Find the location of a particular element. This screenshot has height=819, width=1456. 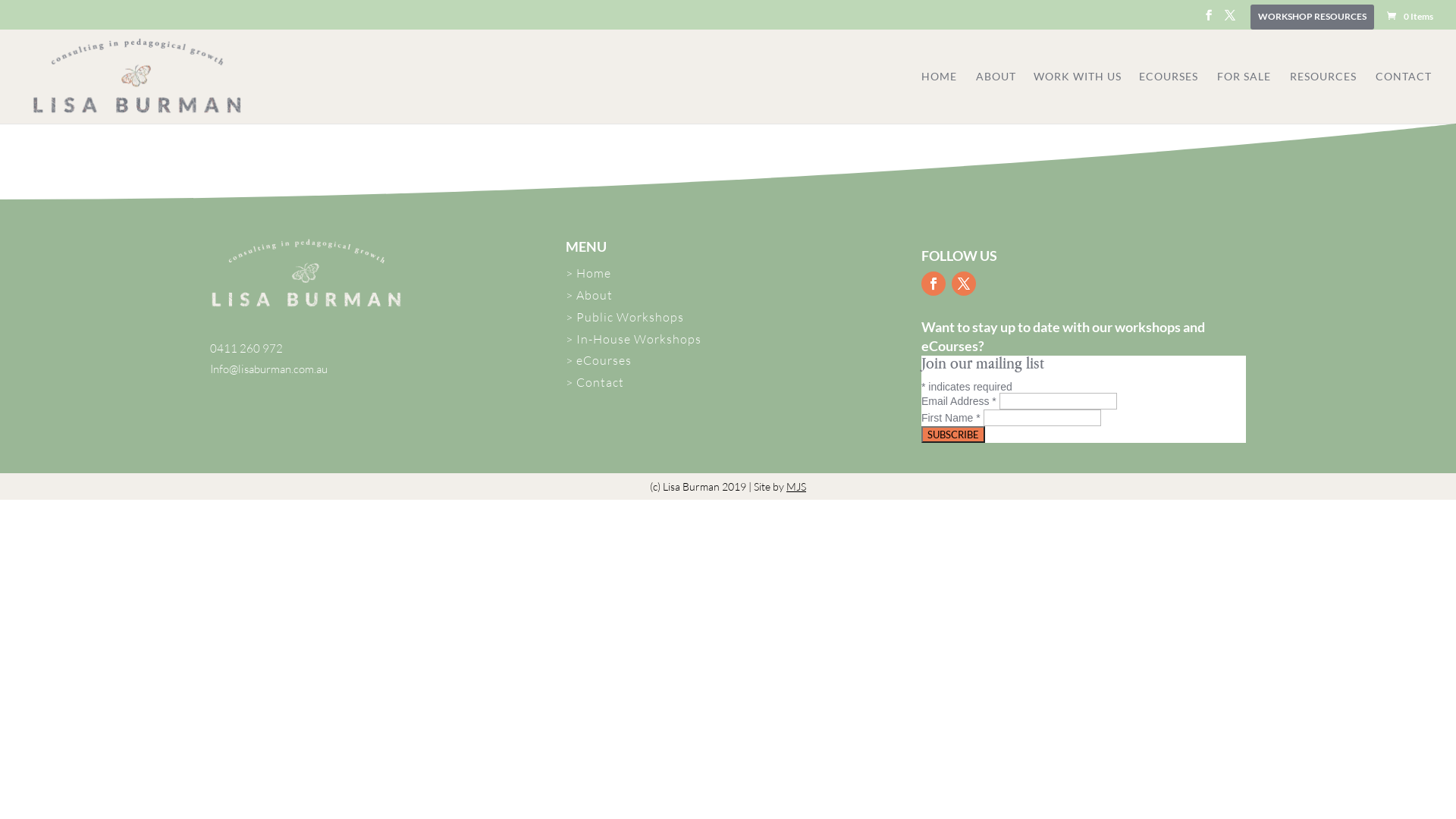

'Follow on Twitter' is located at coordinates (963, 284).